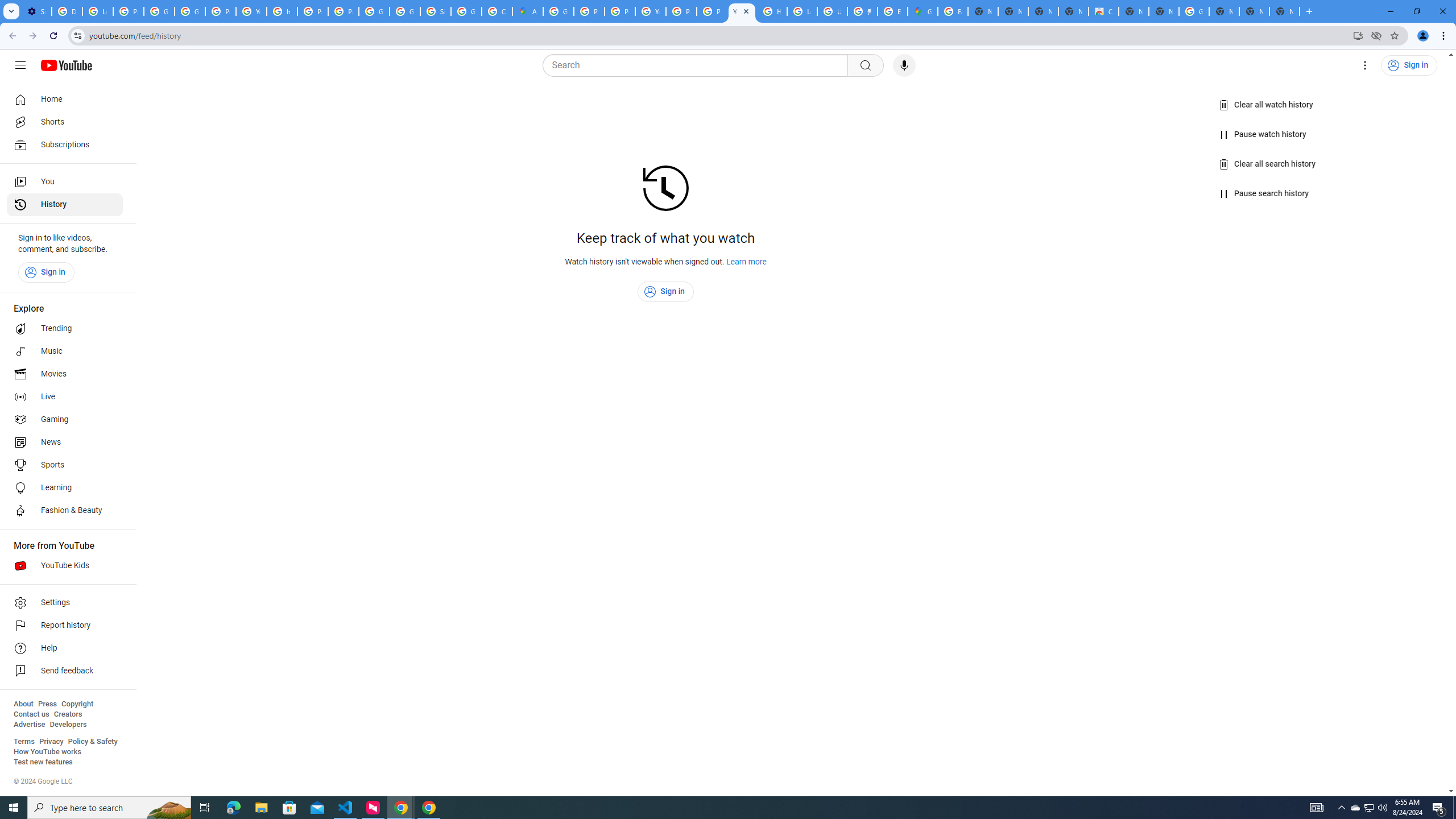  Describe the element at coordinates (68, 714) in the screenshot. I see `'Creators'` at that location.